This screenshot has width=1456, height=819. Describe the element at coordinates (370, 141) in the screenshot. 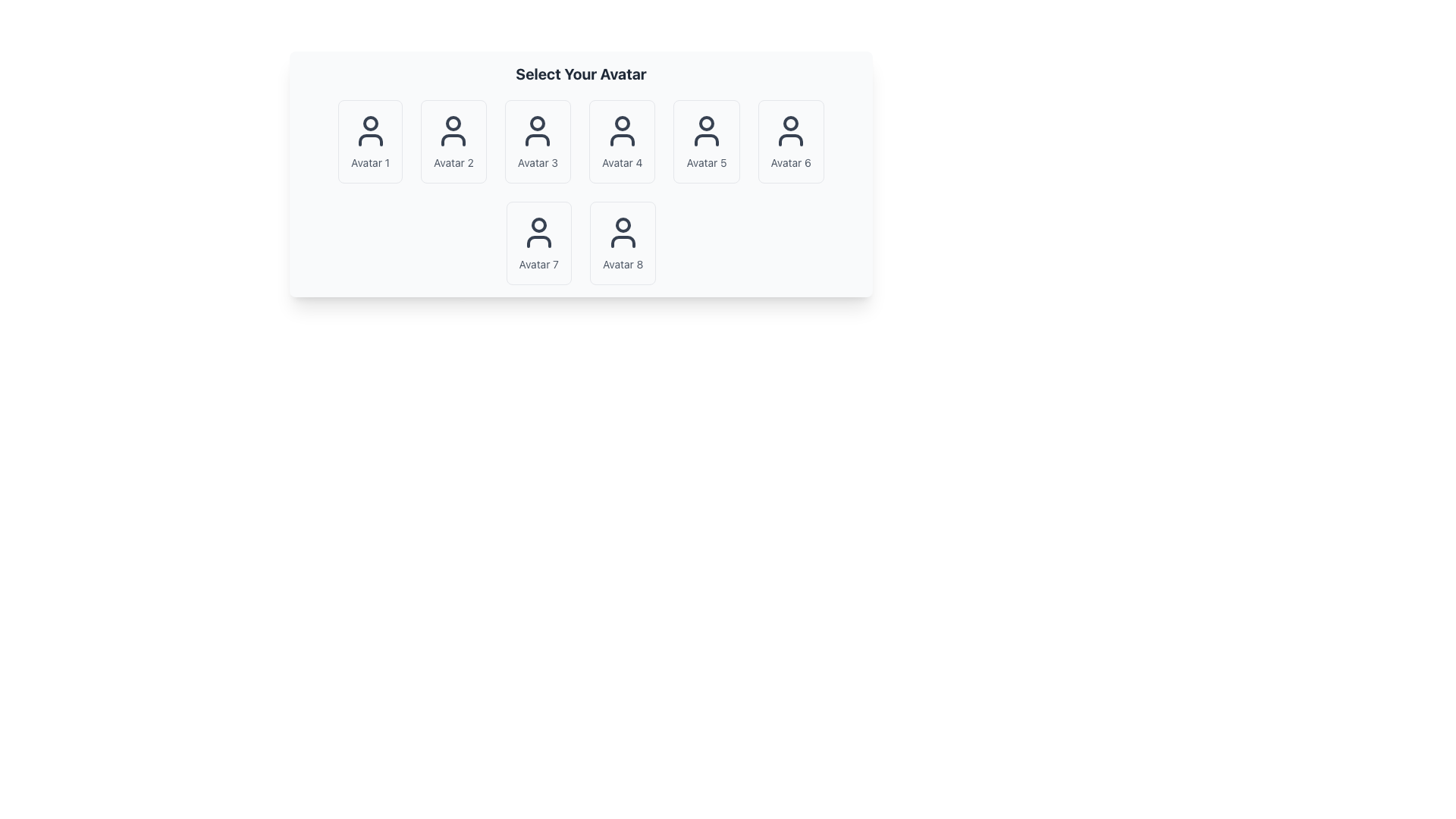

I see `the first interactive card or selectable avatar item, which features a circular user icon and the text 'Avatar 1' in a light gray font` at that location.